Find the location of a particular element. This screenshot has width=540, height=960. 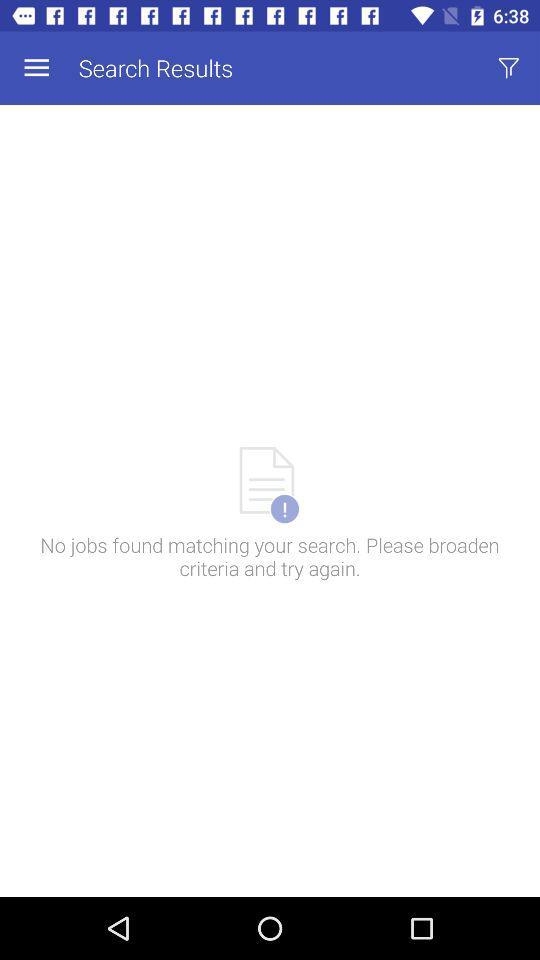

the icon above the no jobs found is located at coordinates (508, 68).